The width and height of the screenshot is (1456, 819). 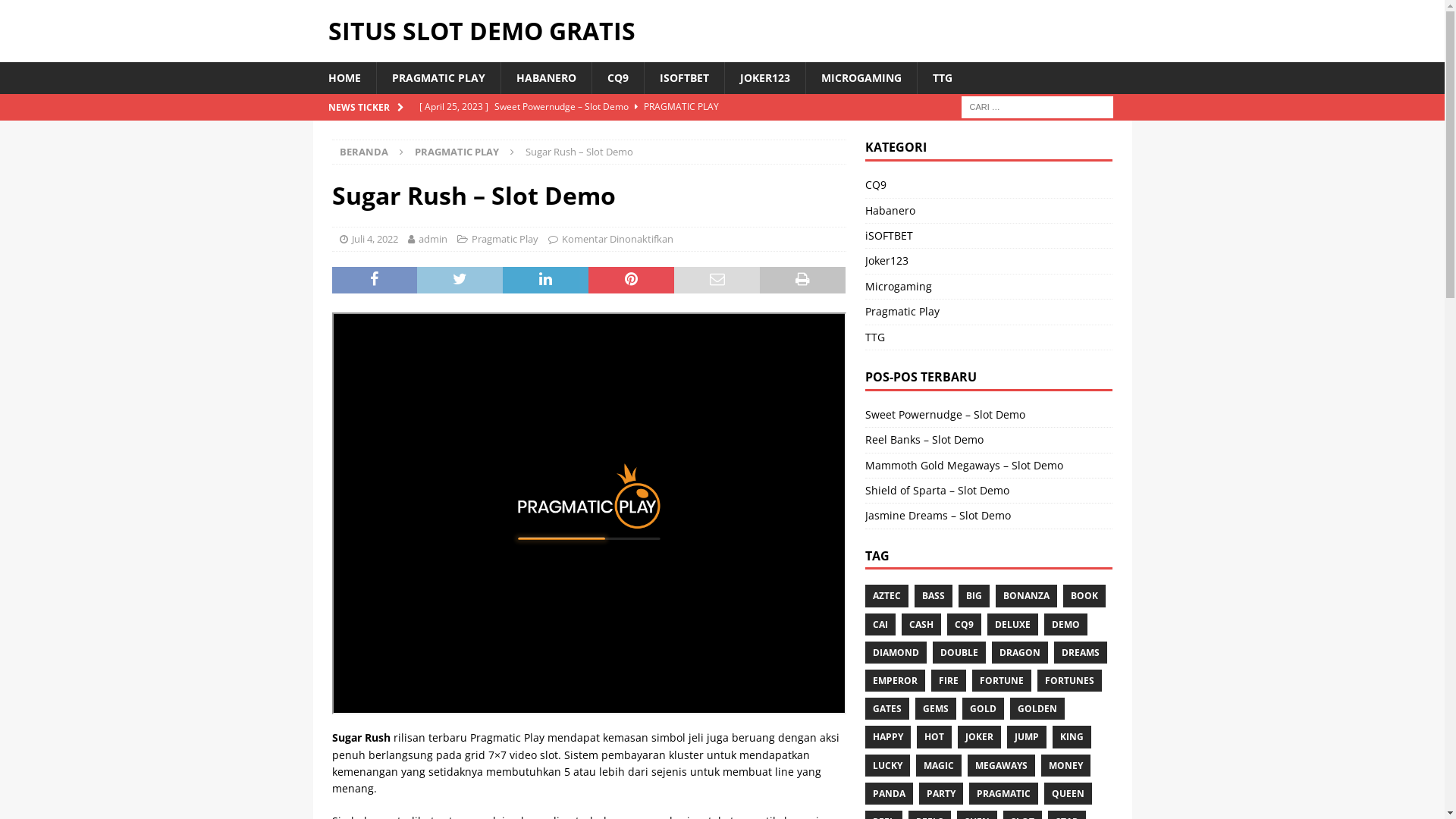 I want to click on 'MEGAWAYS', so click(x=1001, y=765).